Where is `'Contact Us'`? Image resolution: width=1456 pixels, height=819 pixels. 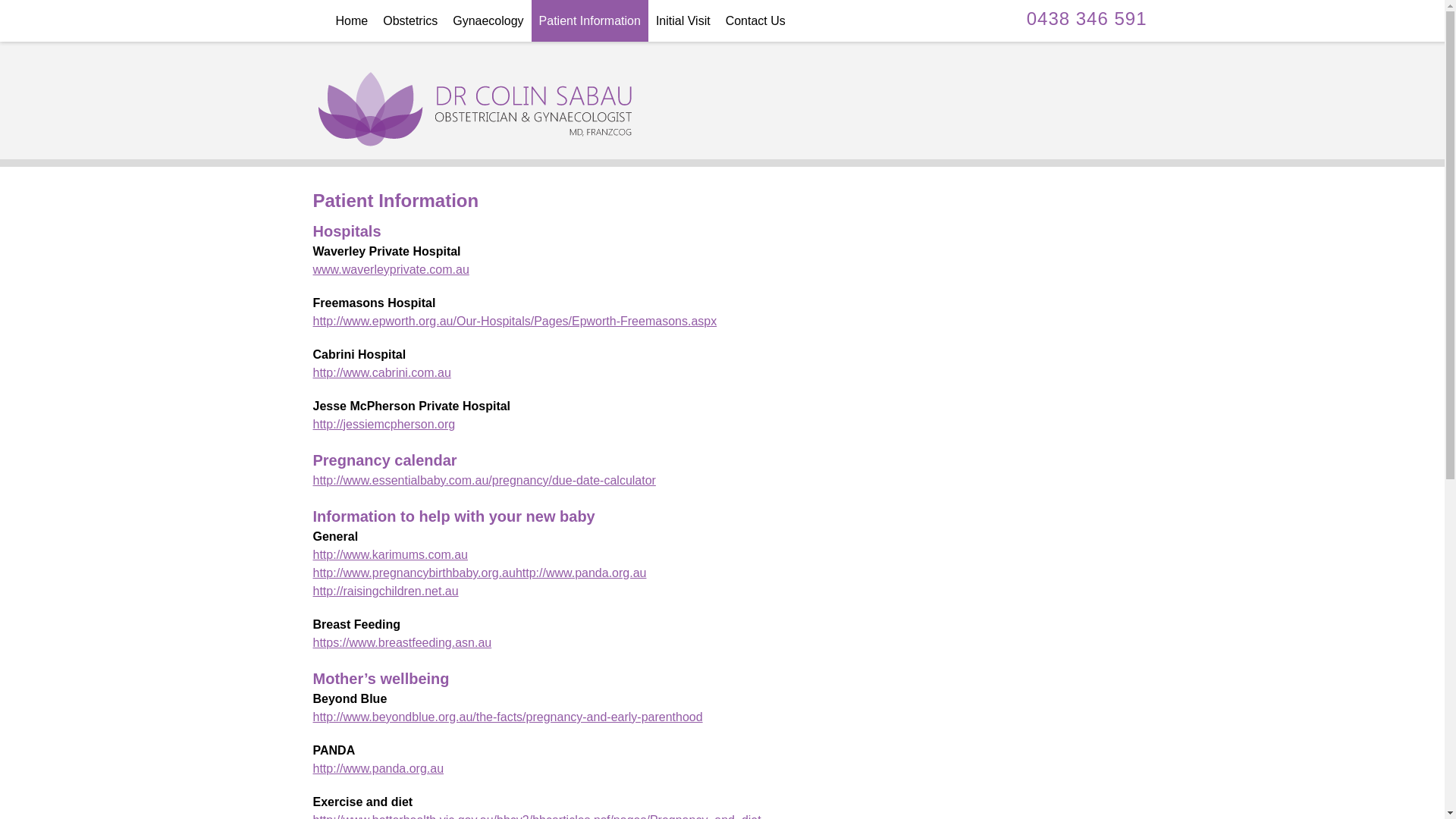
'Contact Us' is located at coordinates (755, 20).